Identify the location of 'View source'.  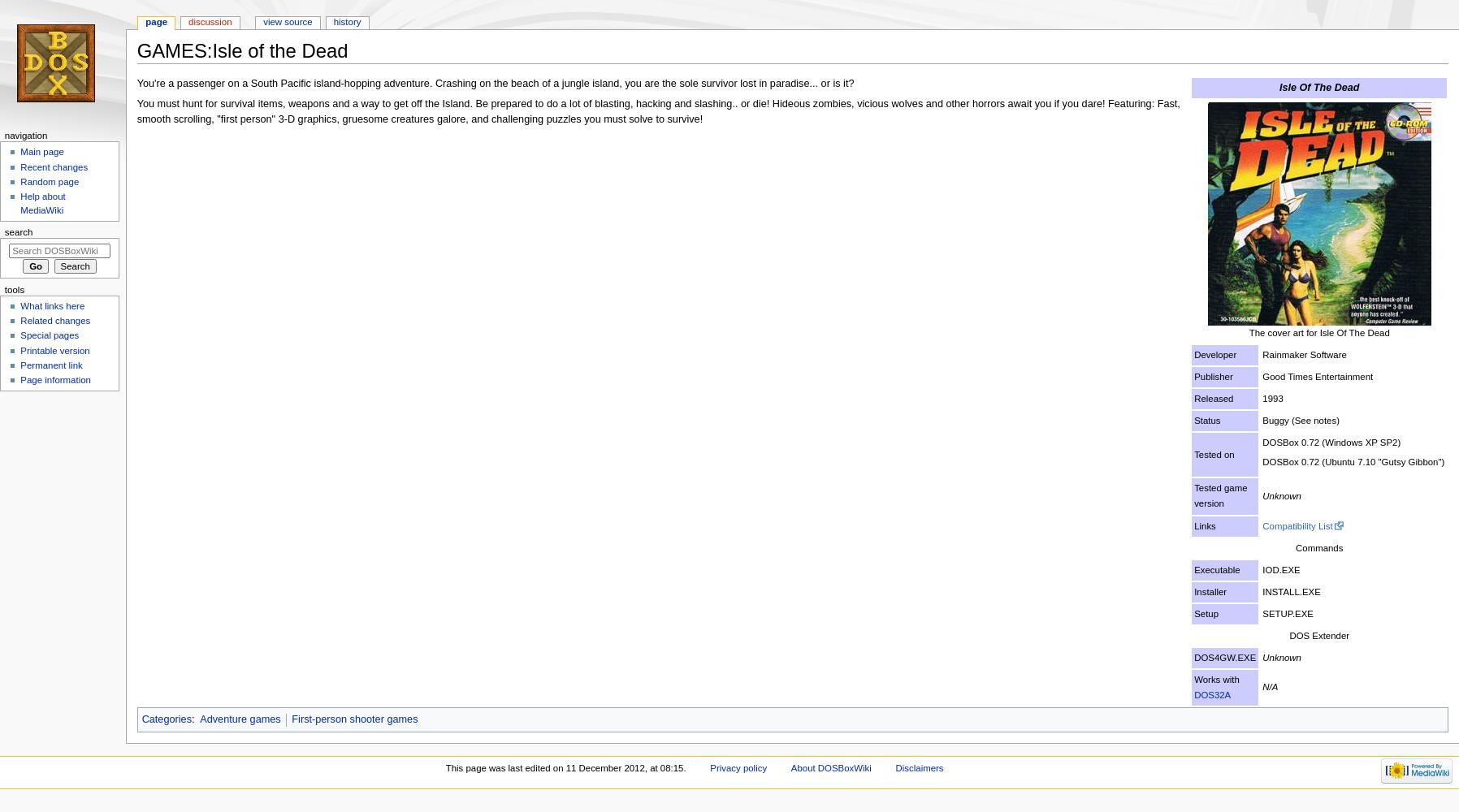
(262, 22).